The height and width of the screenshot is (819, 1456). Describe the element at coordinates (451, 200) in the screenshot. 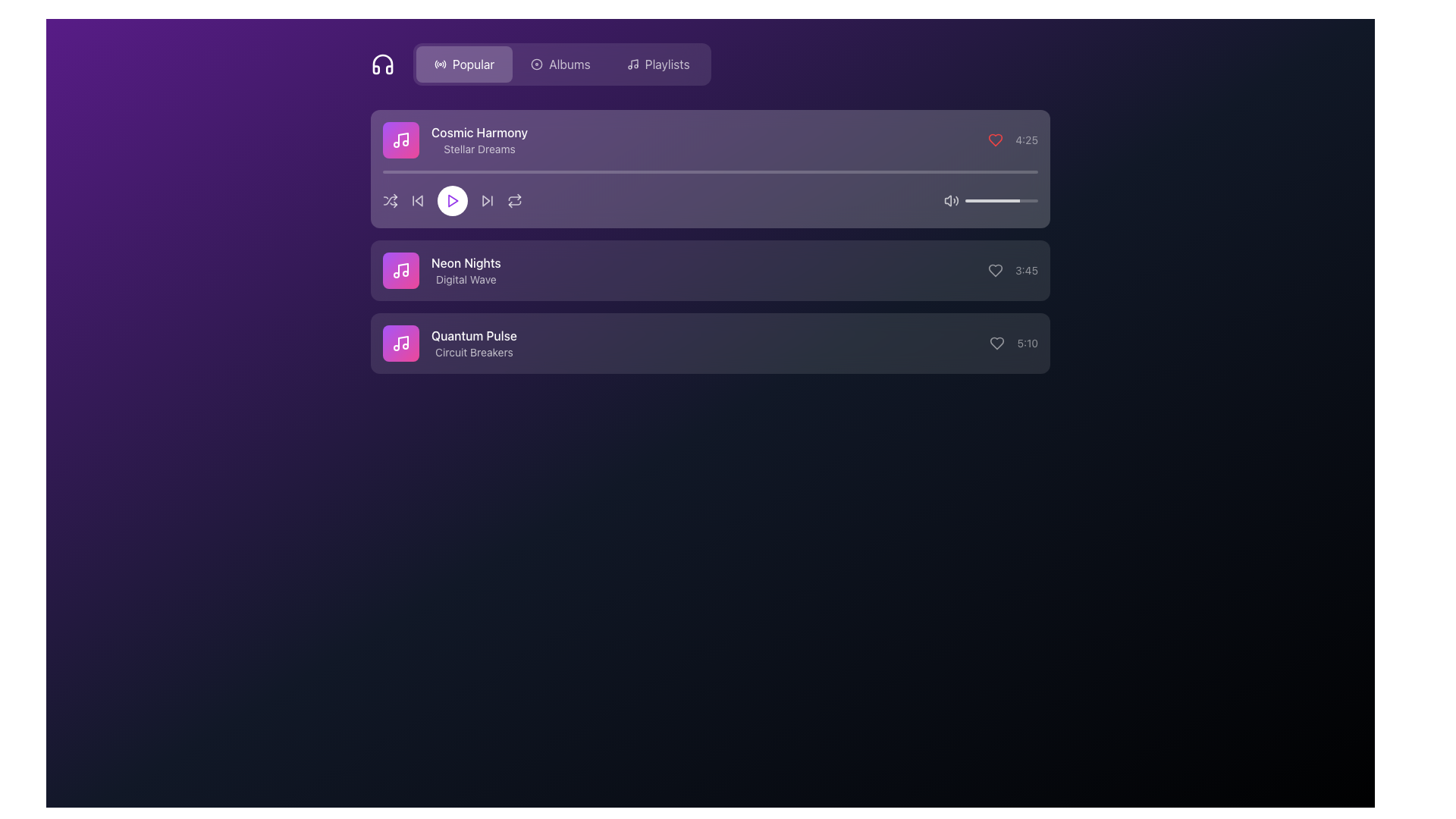

I see `the purple play icon, which is a triangle within a circle, located in the audio control section beneath the 'Cosmic Harmony' playlist, specifically the third button from the left, to play the media` at that location.